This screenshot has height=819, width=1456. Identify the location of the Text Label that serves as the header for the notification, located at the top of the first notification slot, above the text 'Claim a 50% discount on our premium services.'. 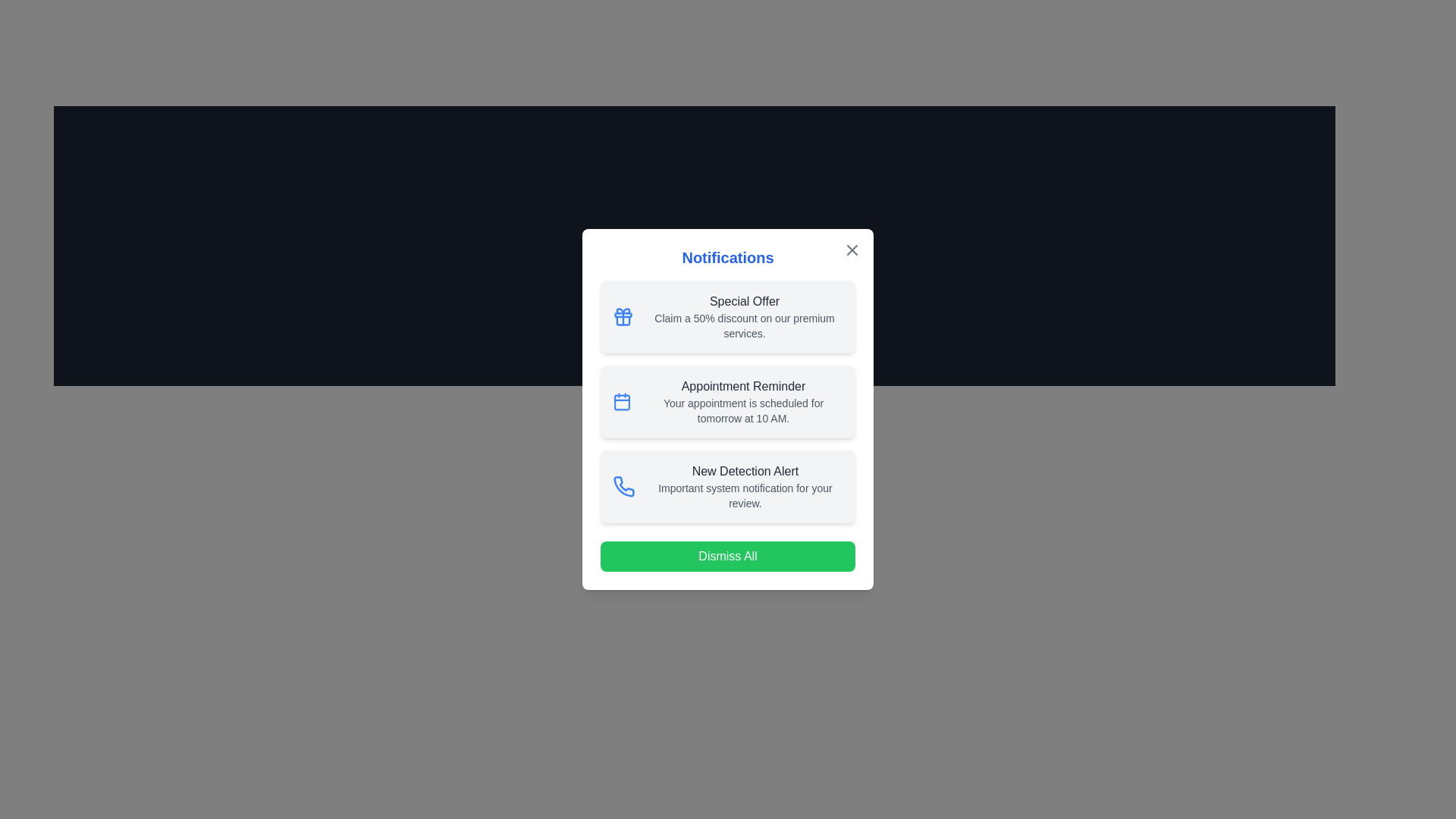
(745, 301).